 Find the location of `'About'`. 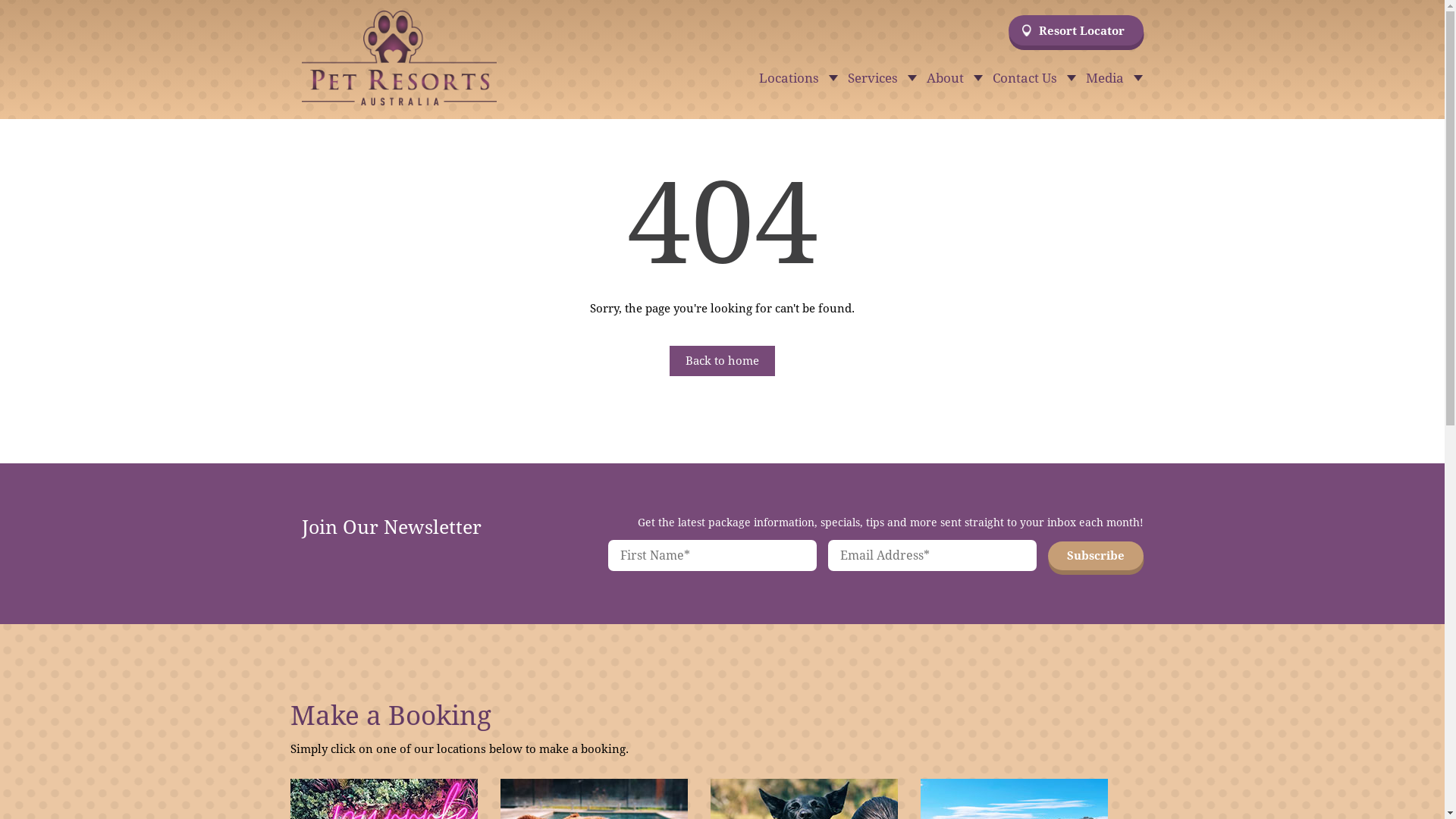

'About' is located at coordinates (951, 79).